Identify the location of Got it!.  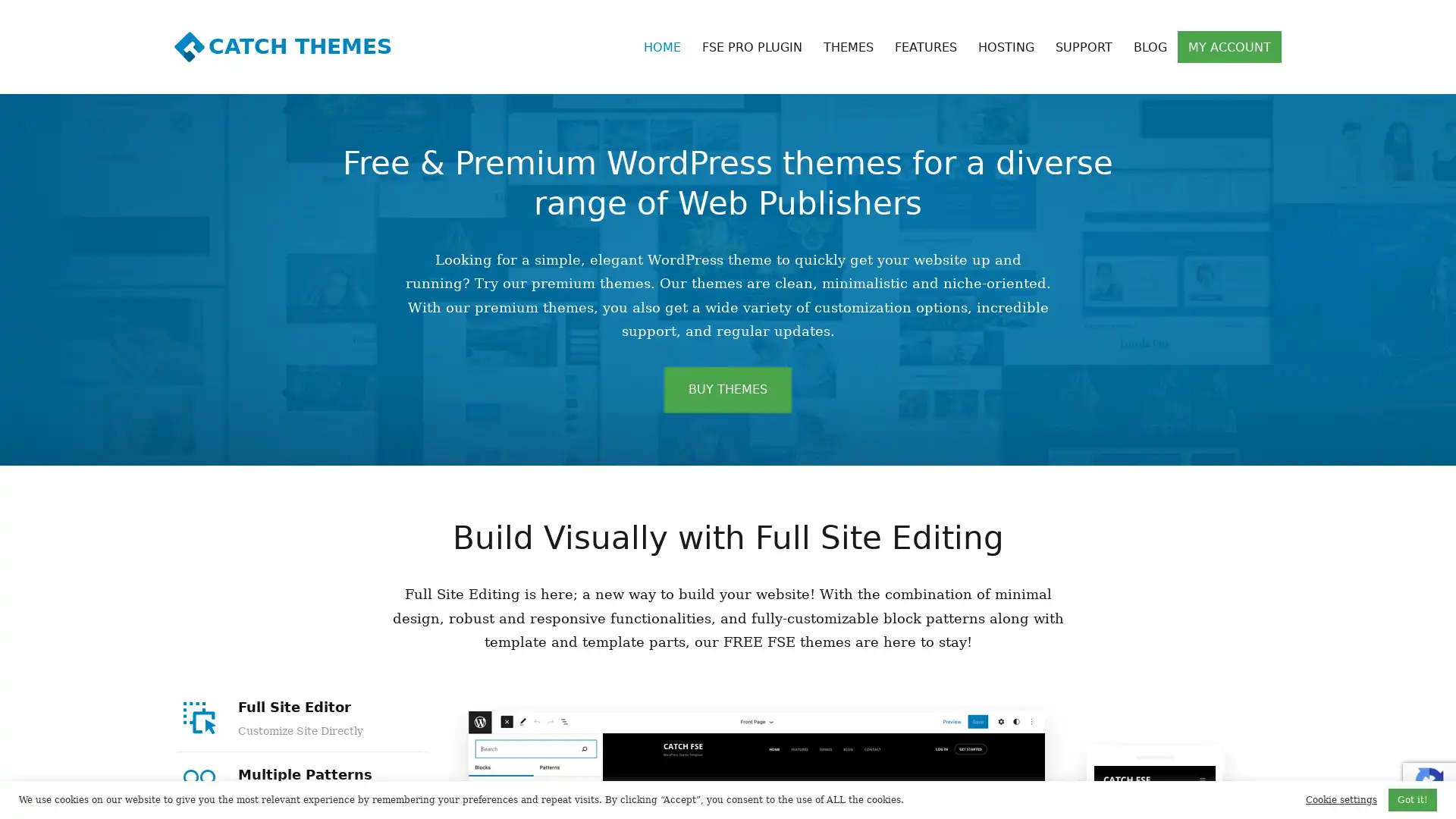
(1411, 799).